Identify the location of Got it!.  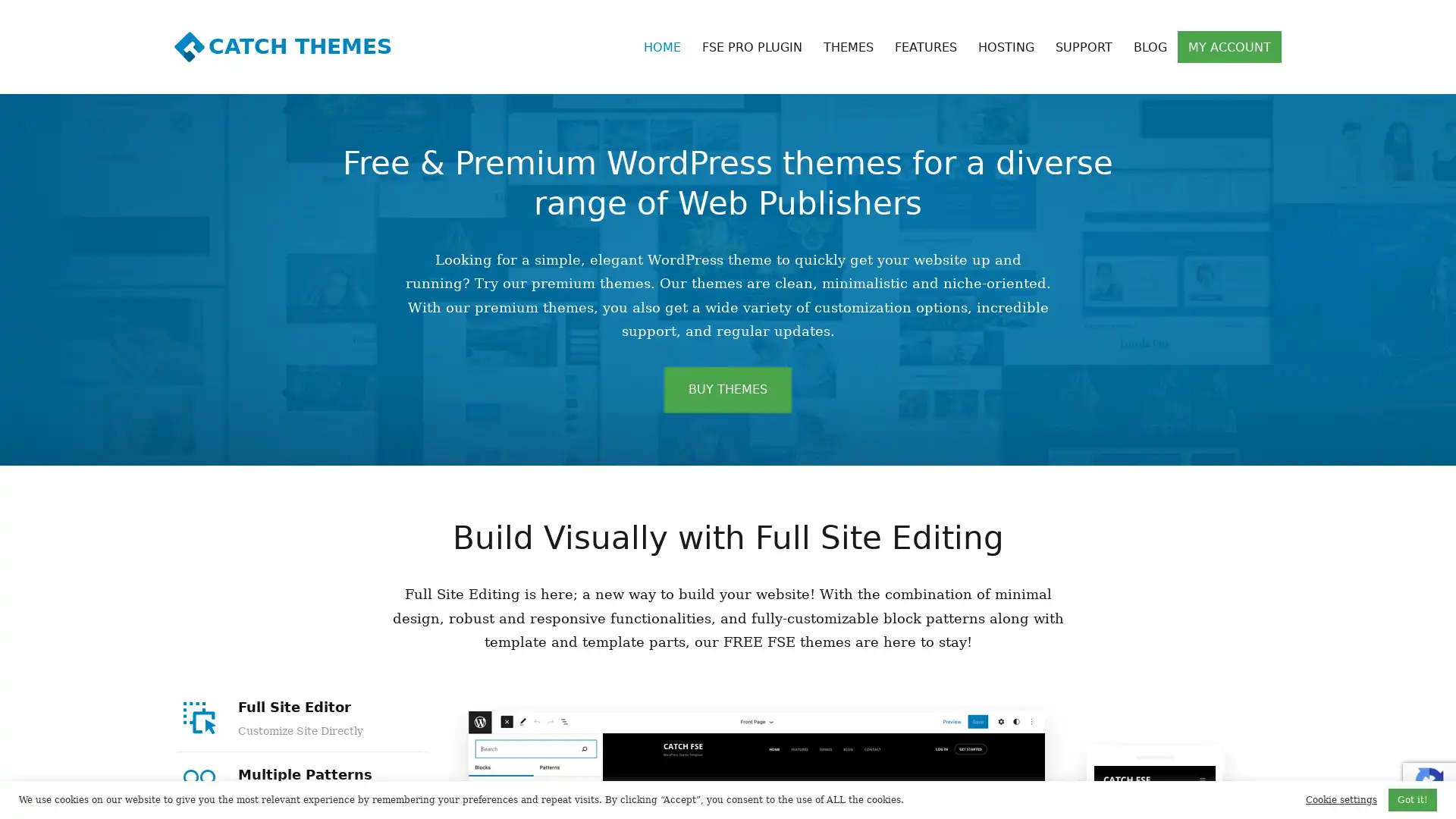
(1411, 799).